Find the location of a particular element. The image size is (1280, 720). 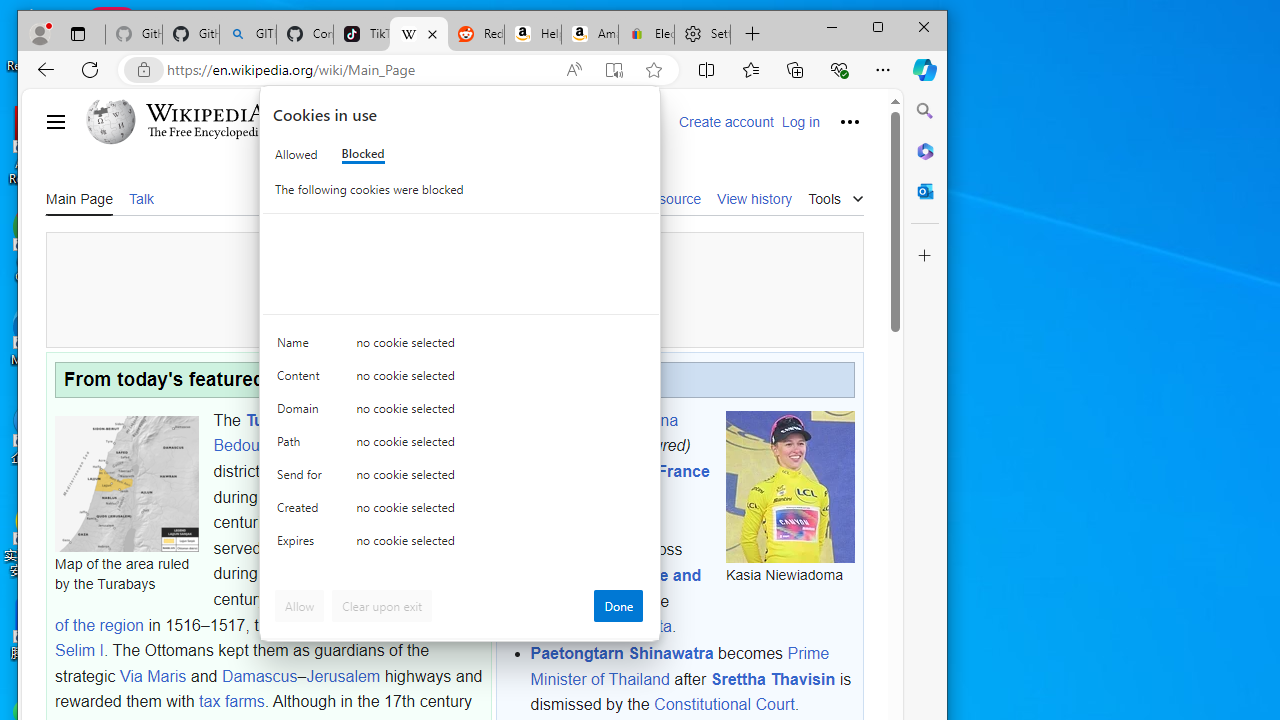

'Clear upon exit' is located at coordinates (382, 604).